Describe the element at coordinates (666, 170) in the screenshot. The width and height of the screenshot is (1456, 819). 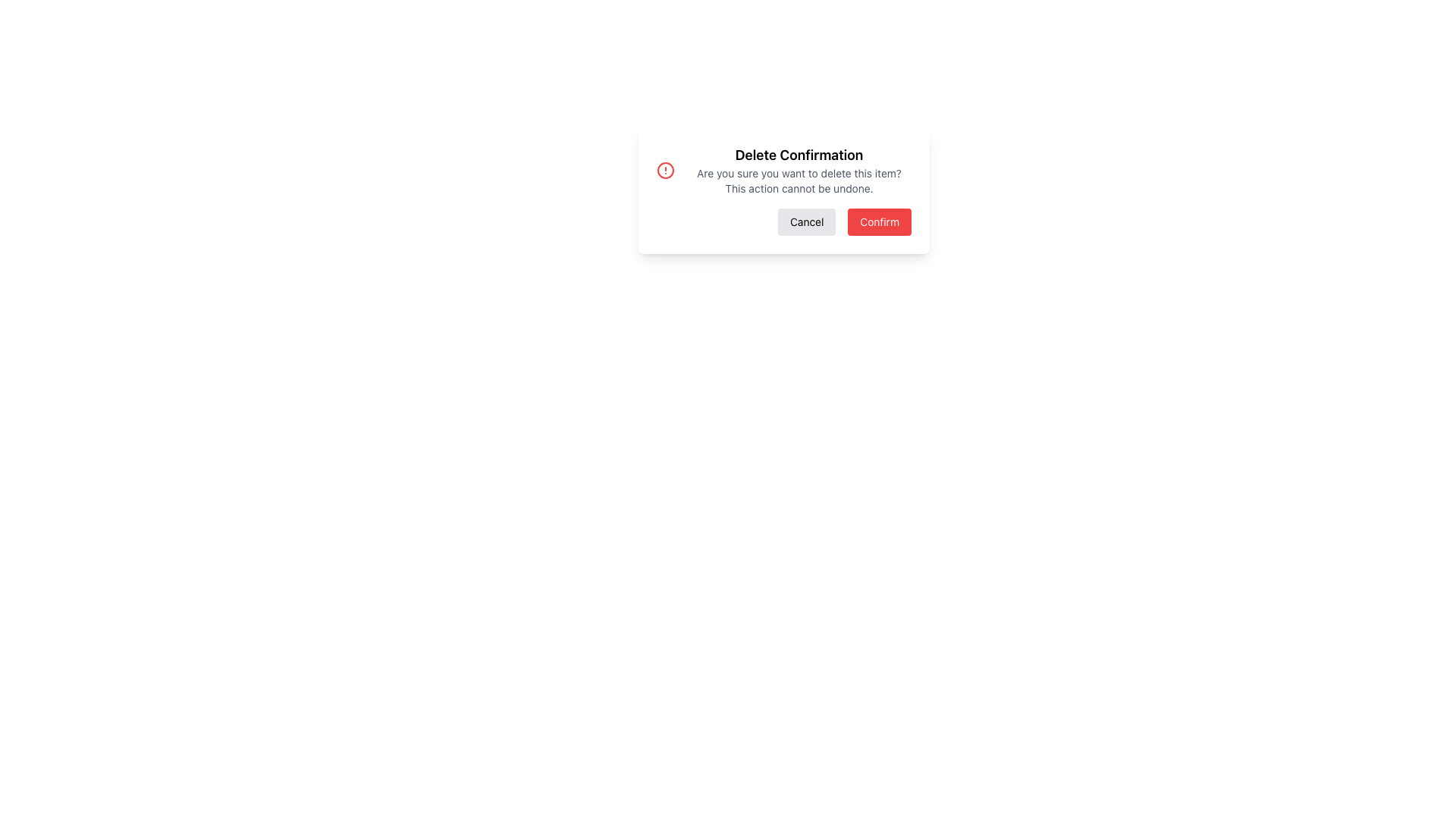
I see `the red circular decorative graphic icon located in the upper-left section of the 'Delete Confirmation' modal dialog` at that location.